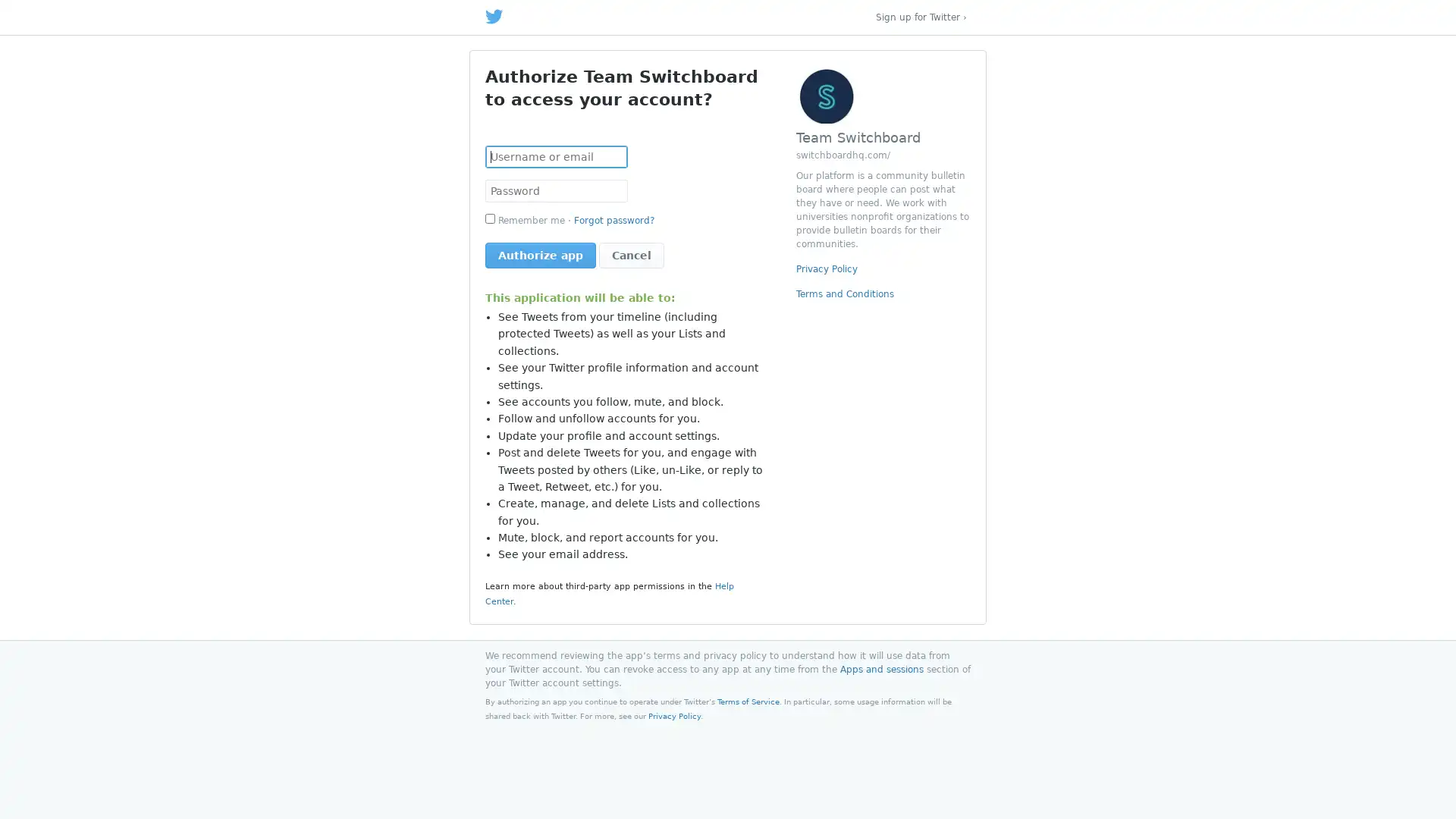  Describe the element at coordinates (632, 254) in the screenshot. I see `Cancel` at that location.